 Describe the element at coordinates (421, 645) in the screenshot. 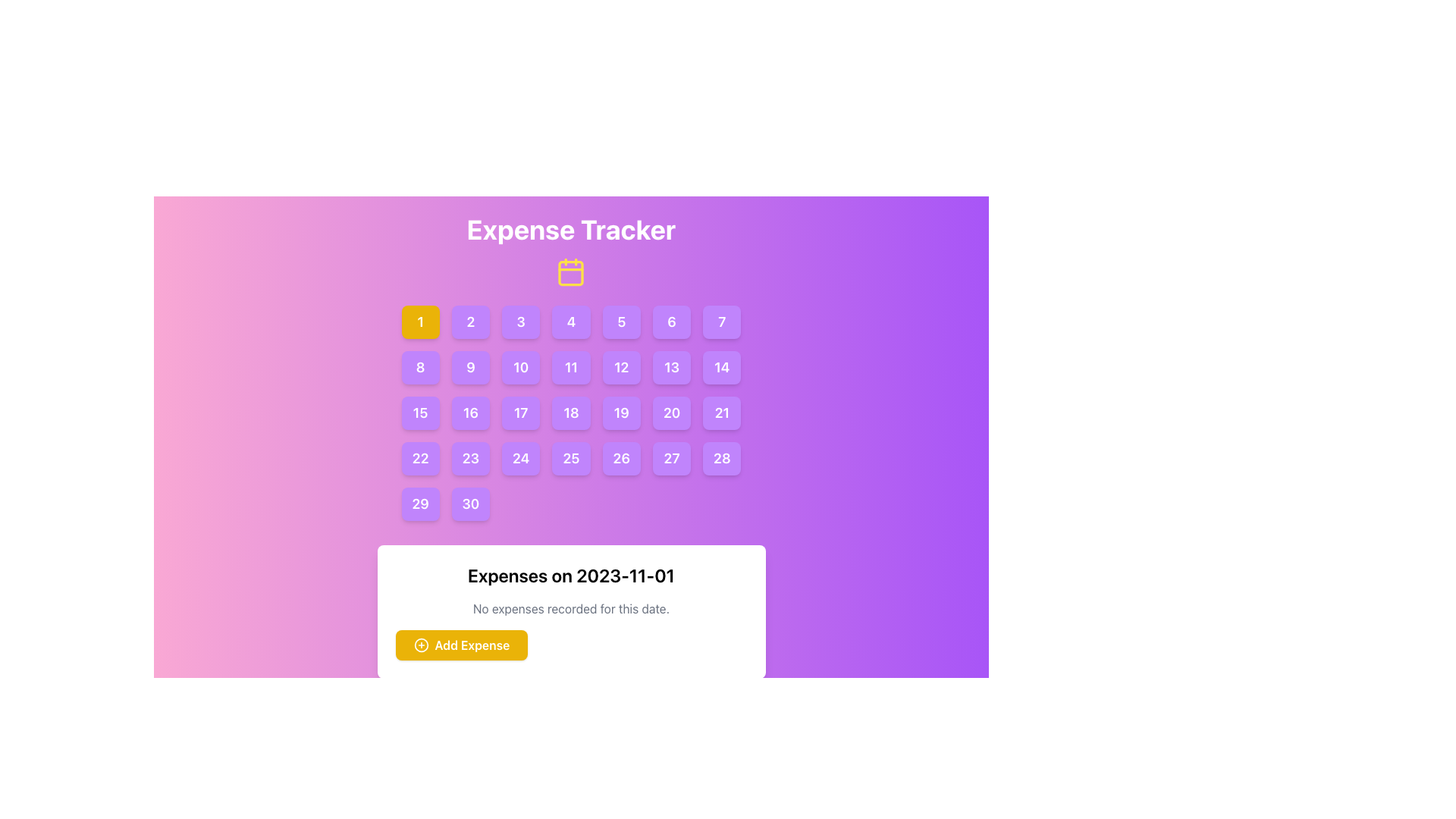

I see `the 'Add Expense' button which contains the decorative and functional icon representing the action of 'adding', located at the bottom-right corner of the interface` at that location.